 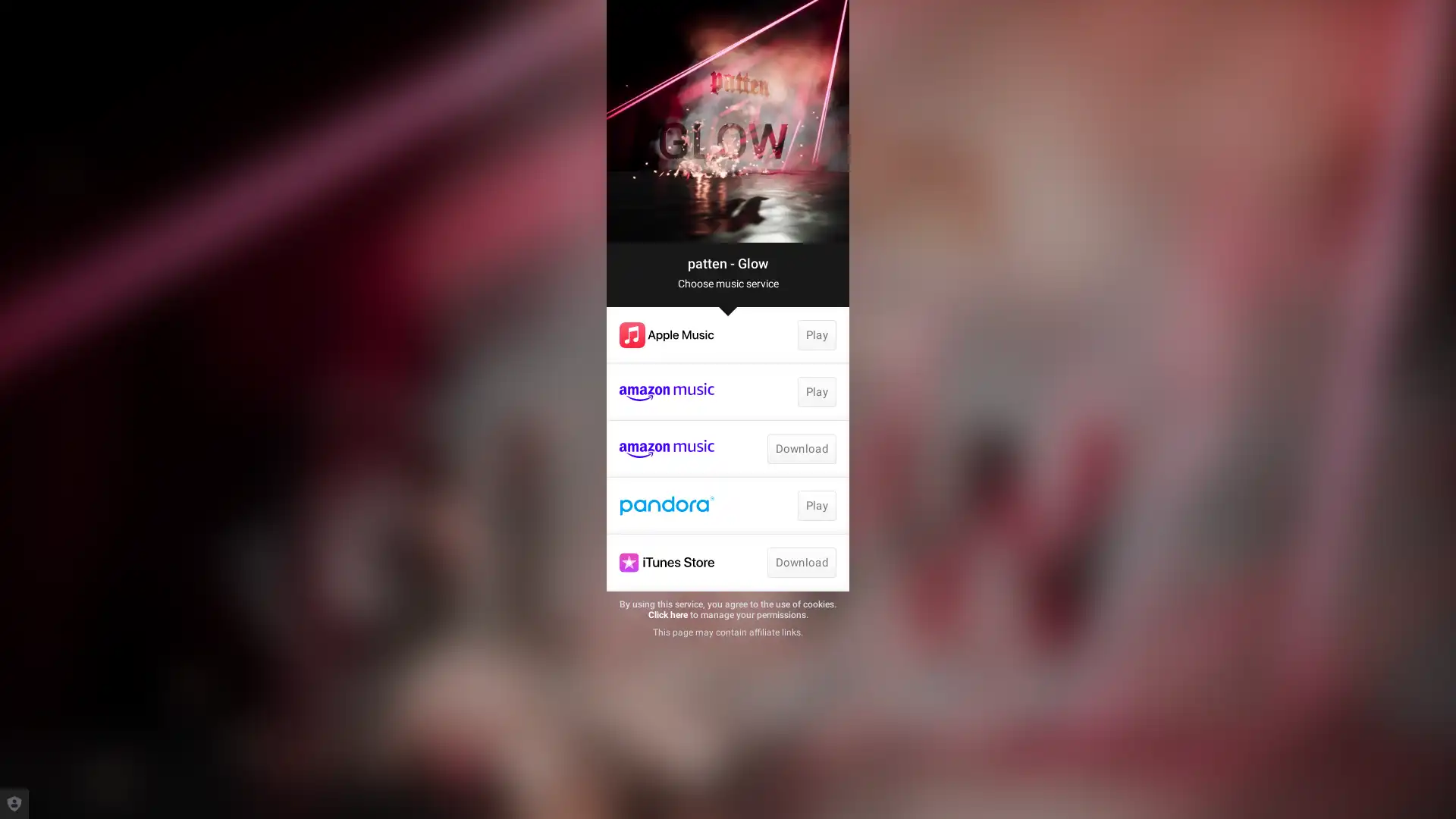 What do you see at coordinates (667, 614) in the screenshot?
I see `Click here` at bounding box center [667, 614].